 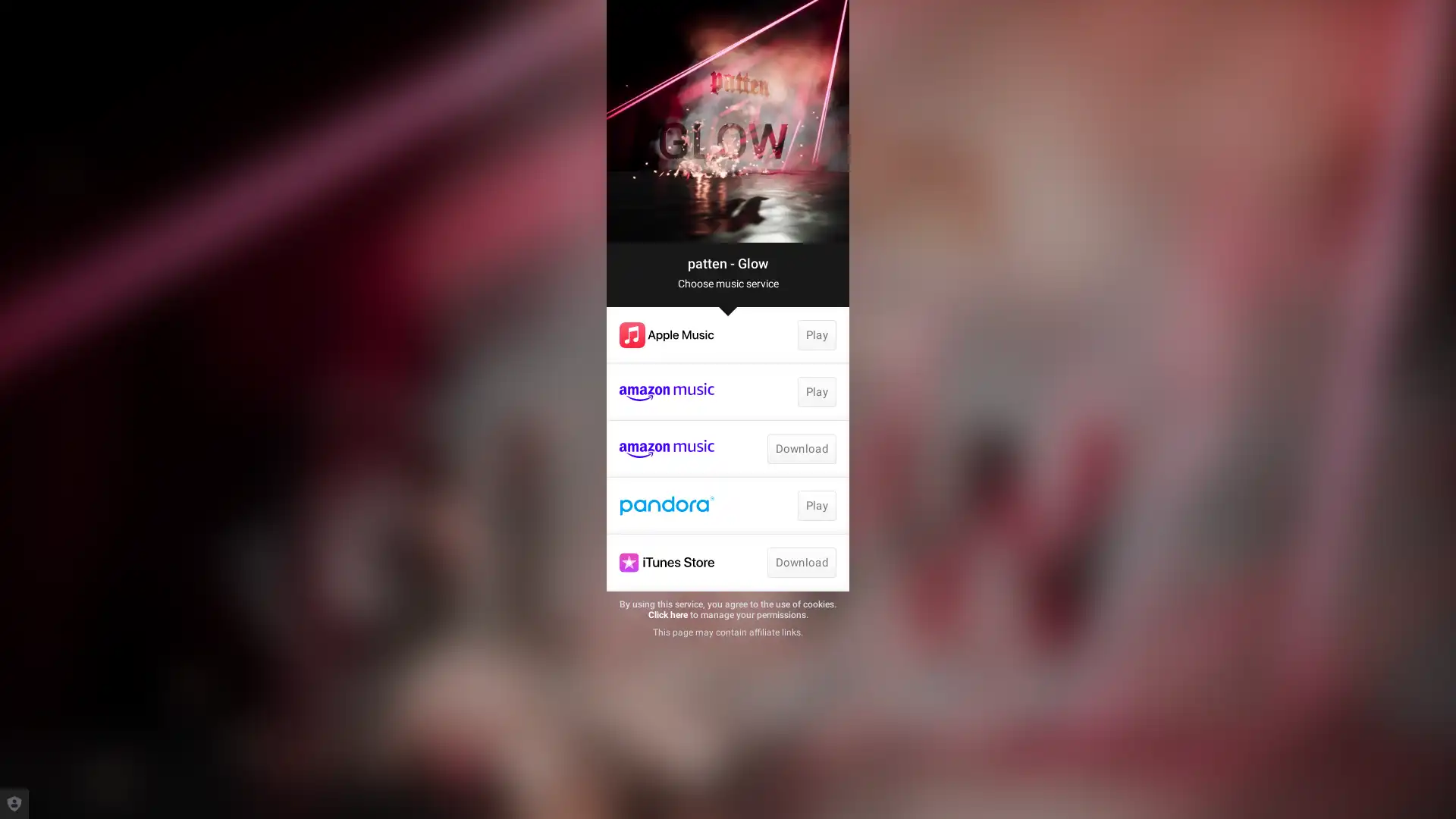 What do you see at coordinates (667, 614) in the screenshot?
I see `Click here` at bounding box center [667, 614].